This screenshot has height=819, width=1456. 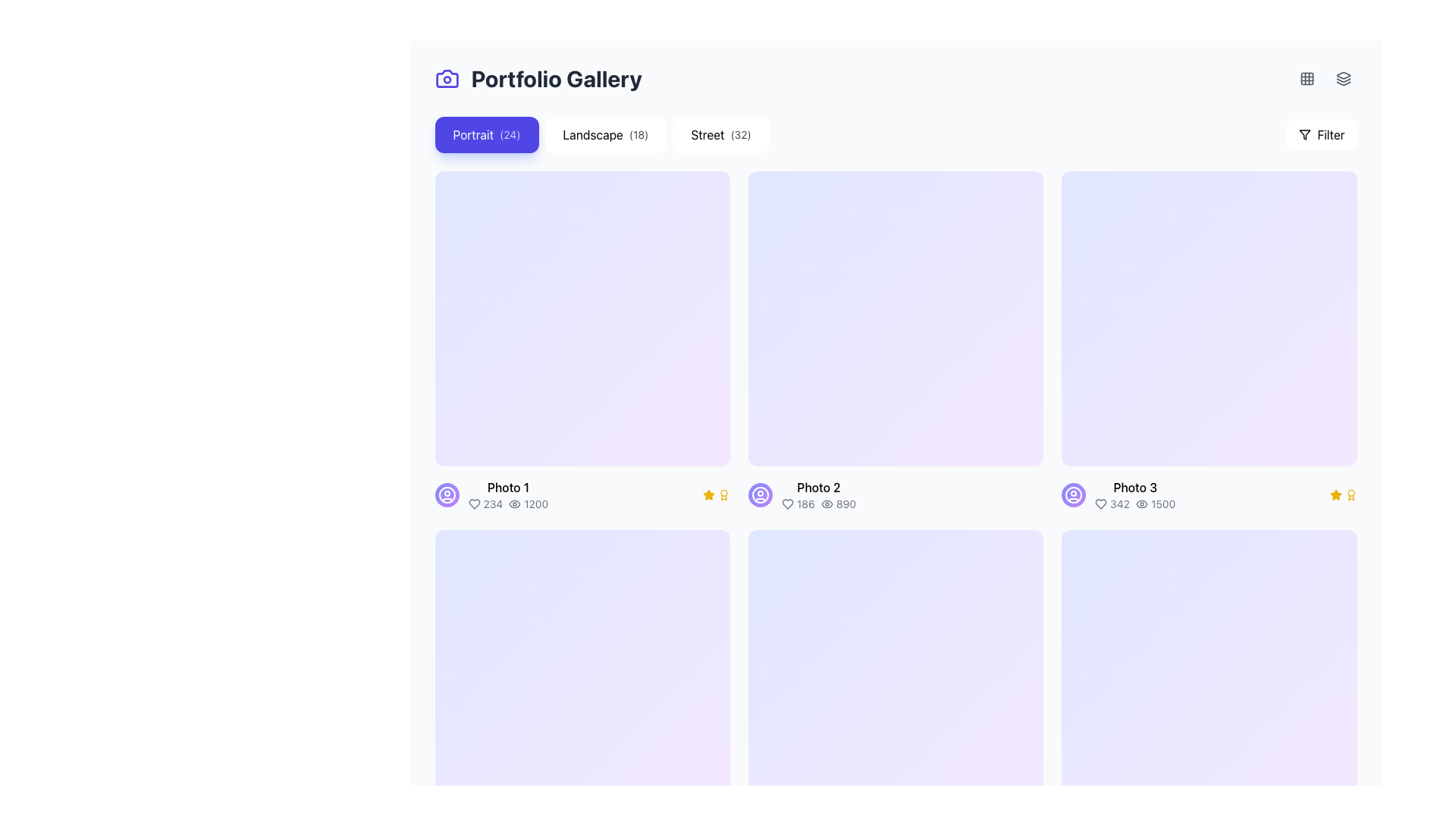 What do you see at coordinates (817, 488) in the screenshot?
I see `the title label for the second photo in the gallery grid, which is positioned directly beneath the placeholder image for 'Photo 2'` at bounding box center [817, 488].